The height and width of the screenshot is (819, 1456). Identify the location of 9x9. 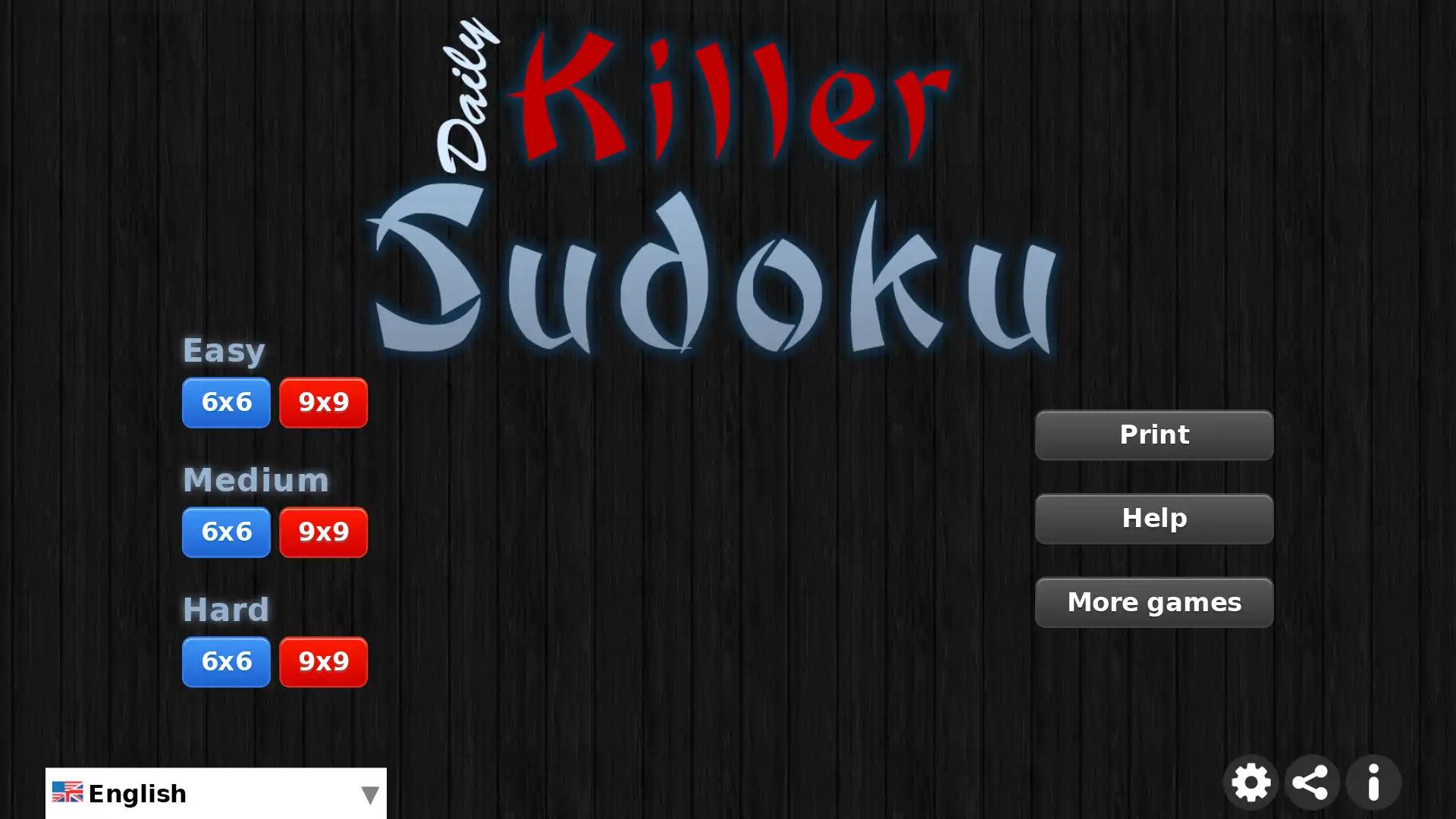
(322, 401).